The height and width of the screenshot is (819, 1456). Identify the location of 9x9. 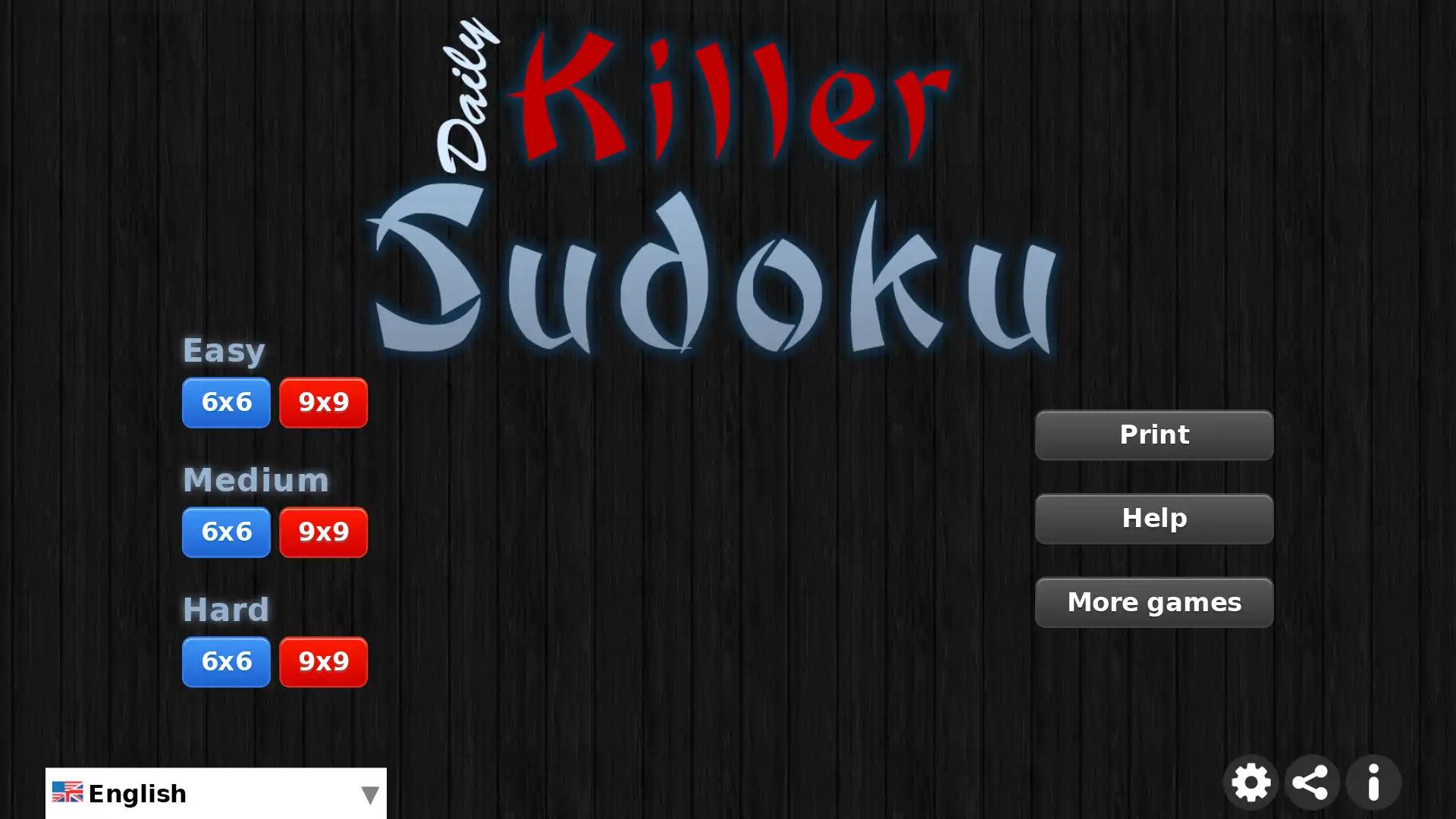
(322, 401).